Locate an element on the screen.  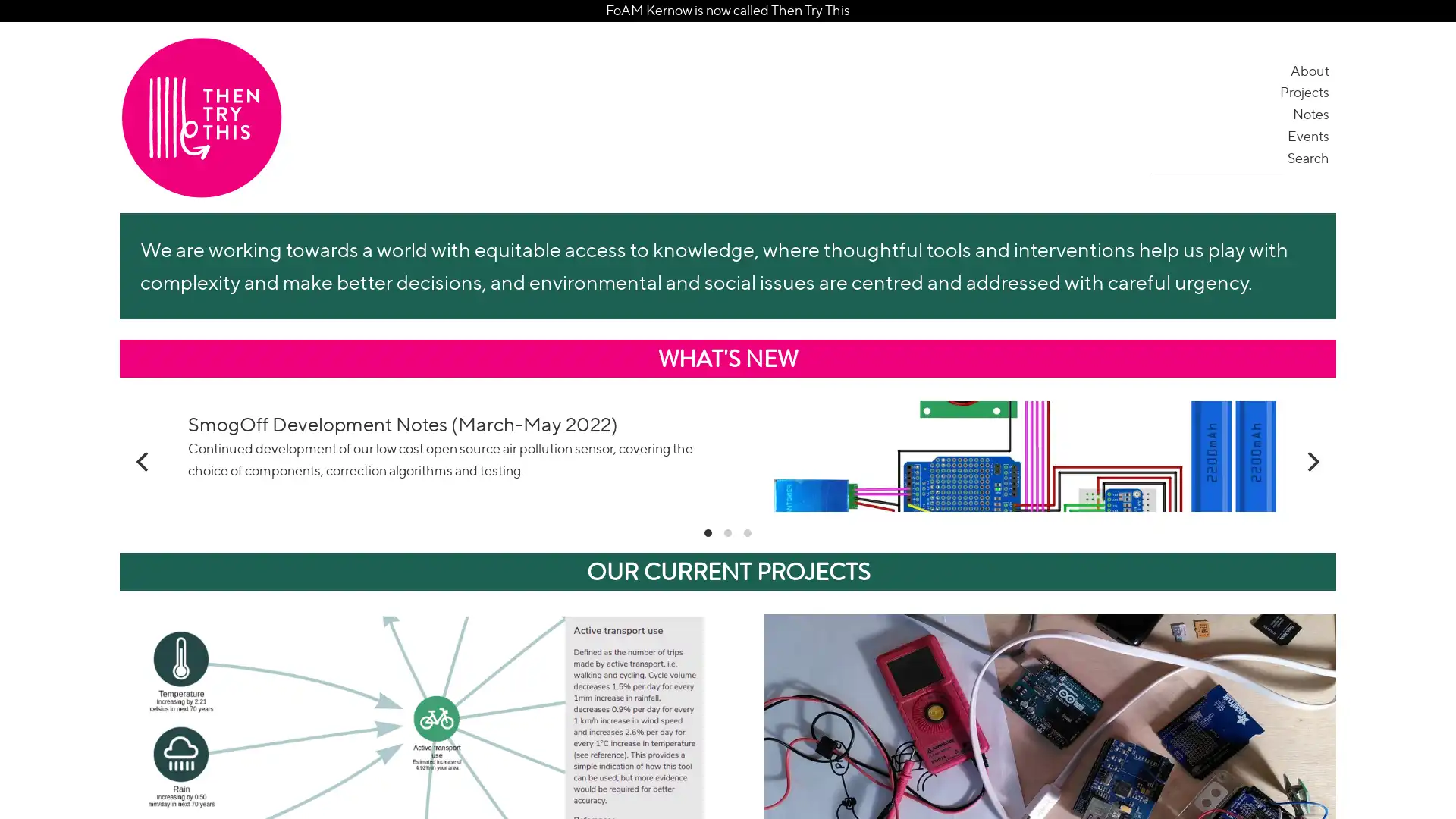
Previous is located at coordinates (144, 507).